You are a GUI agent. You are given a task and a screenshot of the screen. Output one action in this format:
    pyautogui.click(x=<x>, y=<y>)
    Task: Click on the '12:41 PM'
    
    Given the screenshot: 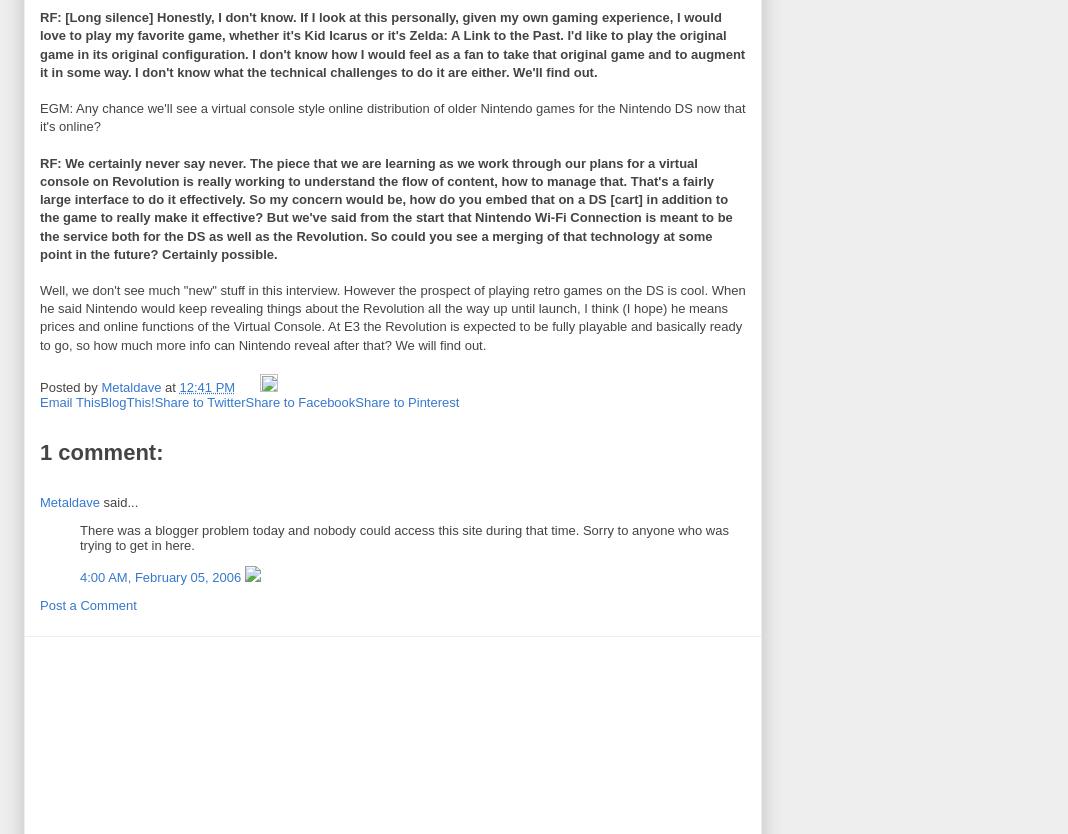 What is the action you would take?
    pyautogui.click(x=206, y=386)
    